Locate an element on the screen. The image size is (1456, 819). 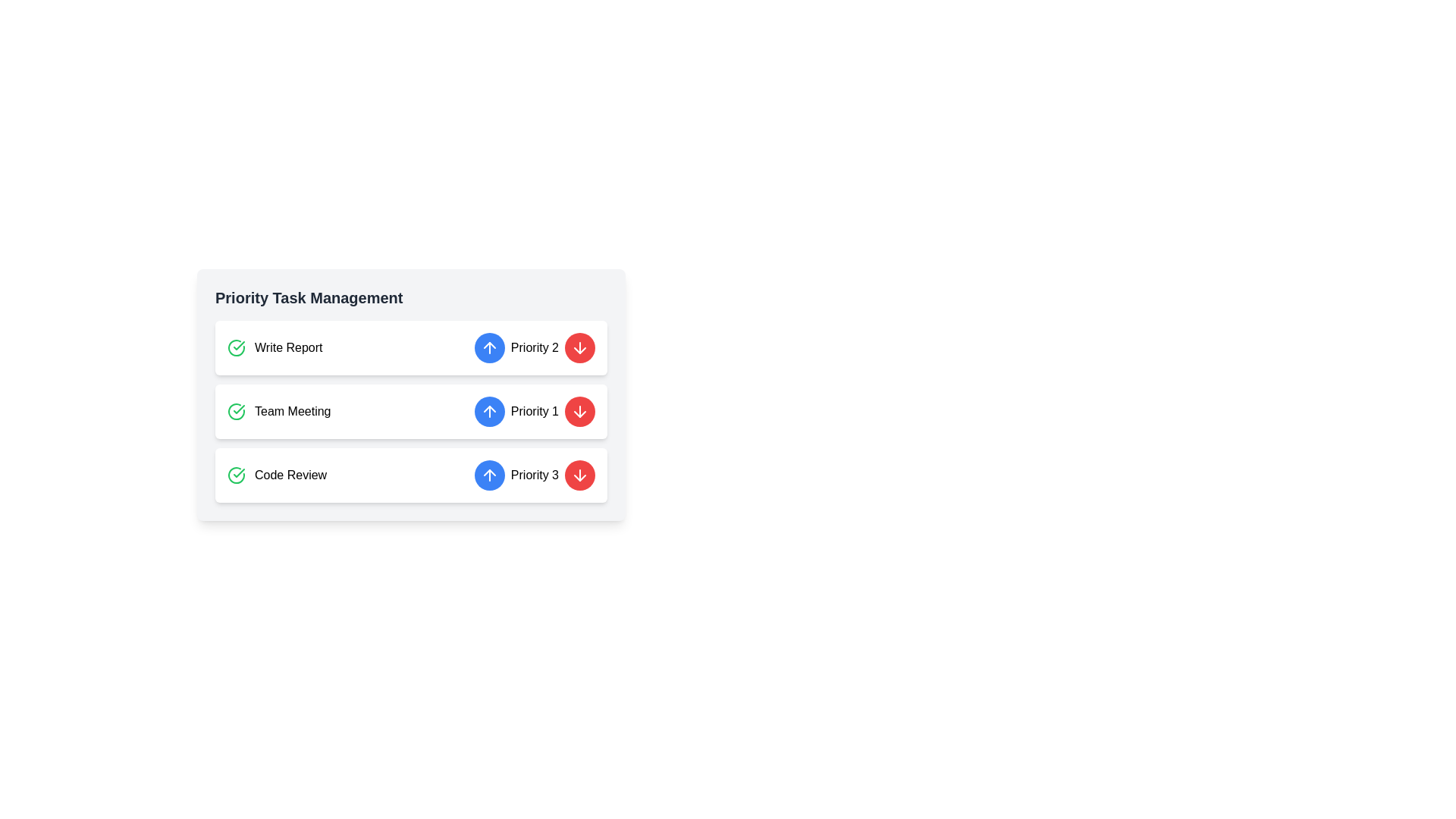
the 'Write Report' task label with the green check icon, which is the first item in the 'Priority Task Management' card is located at coordinates (275, 348).